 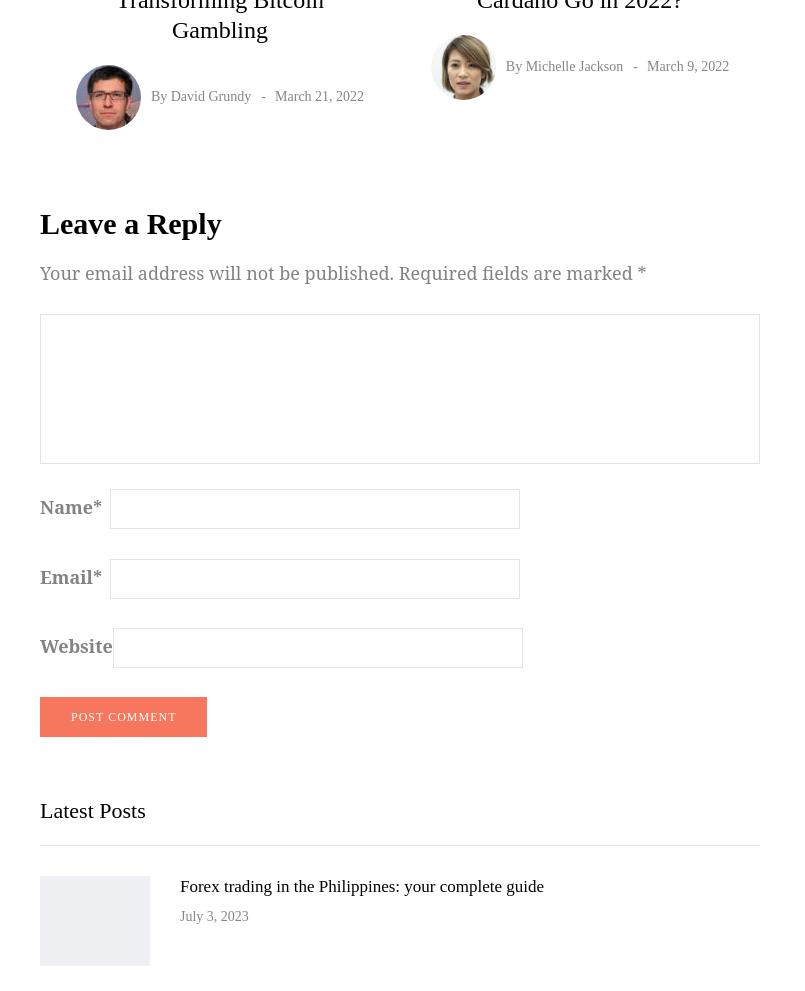 I want to click on 'Michelle Jackson', so click(x=572, y=66).